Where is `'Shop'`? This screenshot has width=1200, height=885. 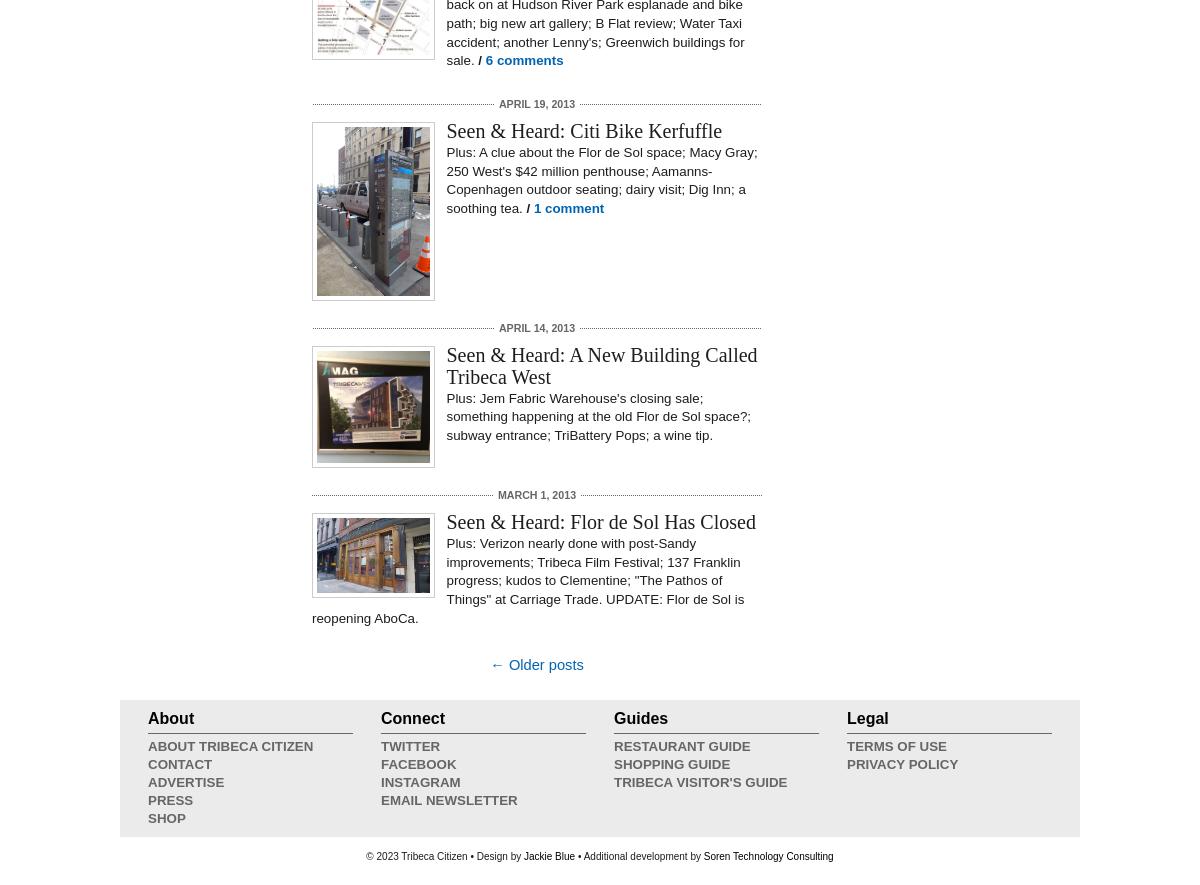
'Shop' is located at coordinates (165, 818).